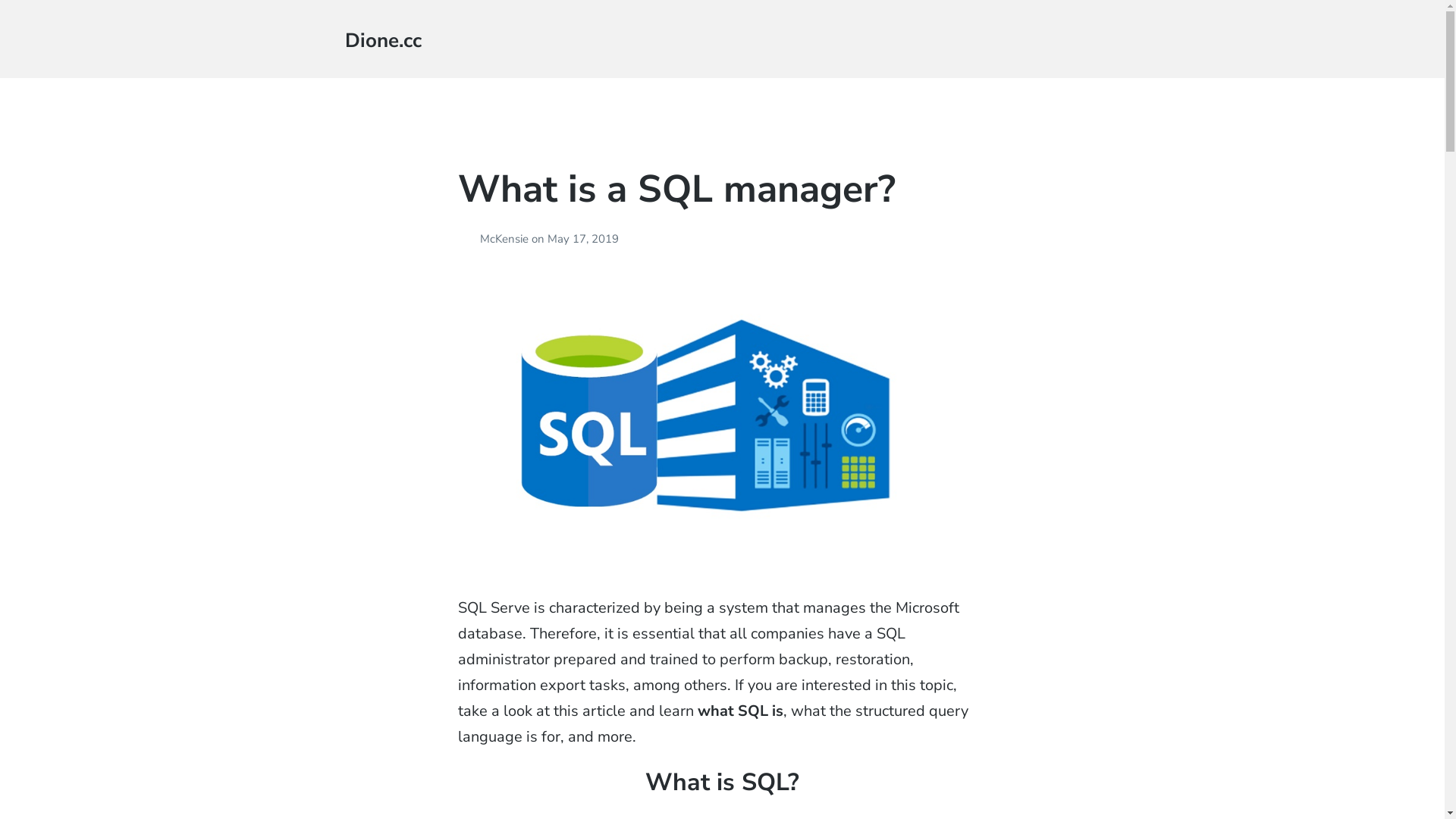 This screenshot has width=1456, height=819. What do you see at coordinates (468, 239) in the screenshot?
I see `'Posts by McKensie'` at bounding box center [468, 239].